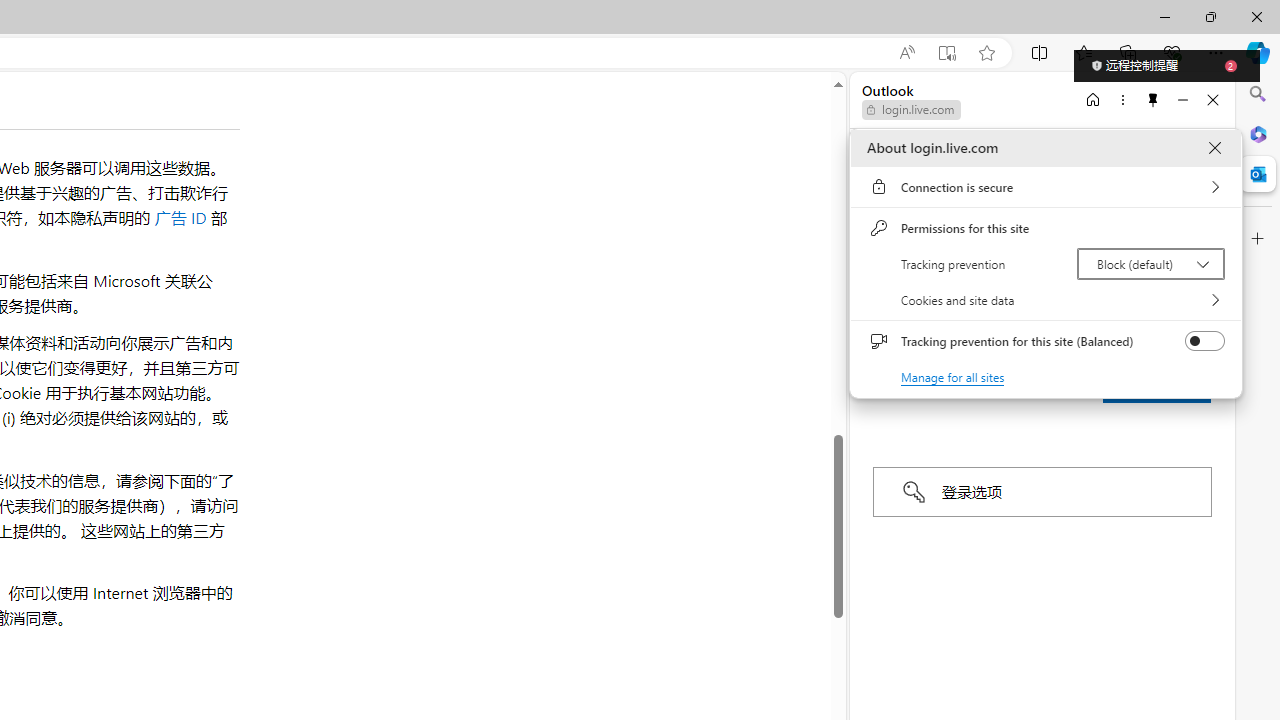 This screenshot has width=1280, height=720. What do you see at coordinates (1150, 262) in the screenshot?
I see `'Tracking prevention Block (default)'` at bounding box center [1150, 262].